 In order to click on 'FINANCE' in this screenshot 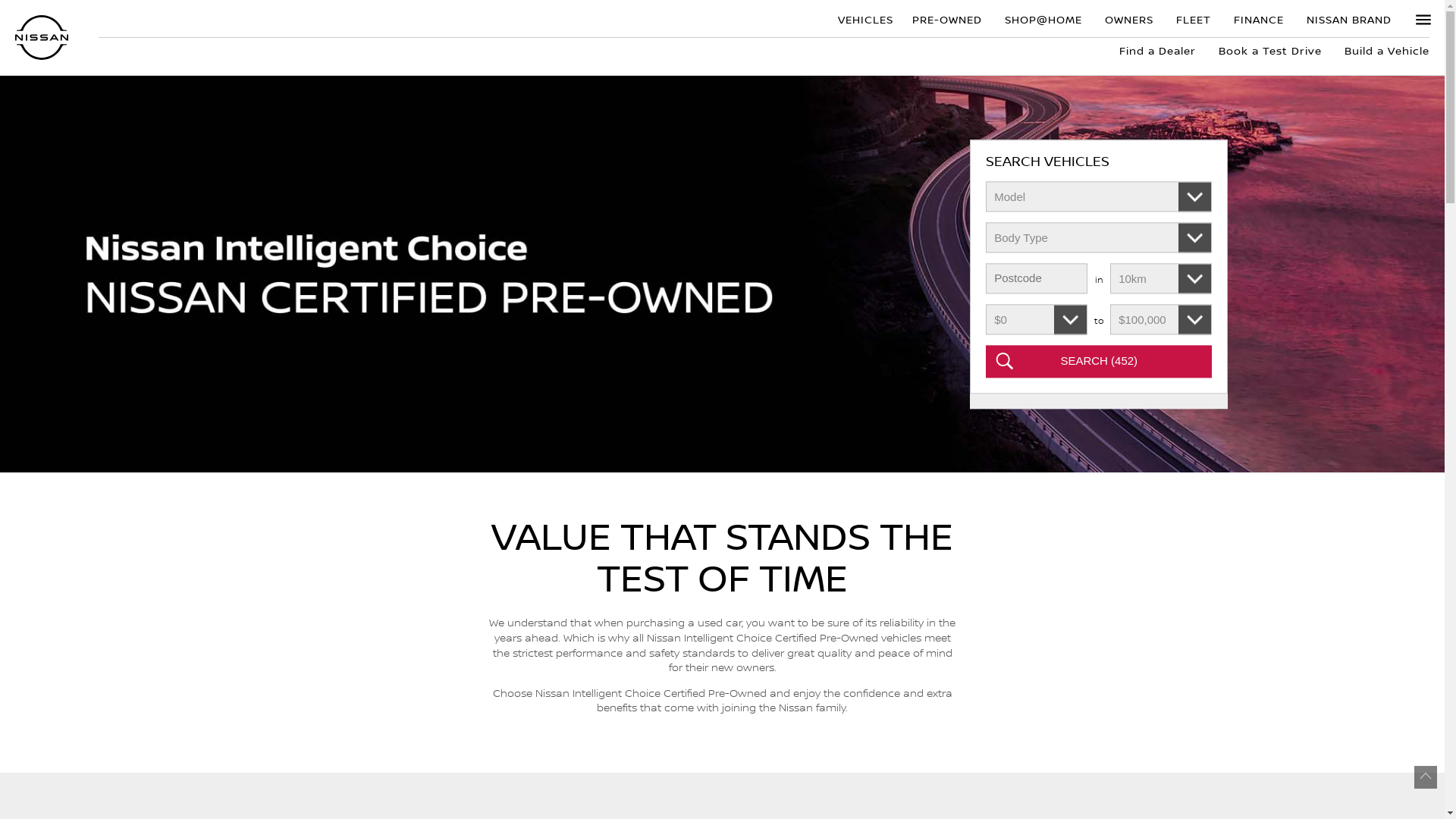, I will do `click(1259, 18)`.